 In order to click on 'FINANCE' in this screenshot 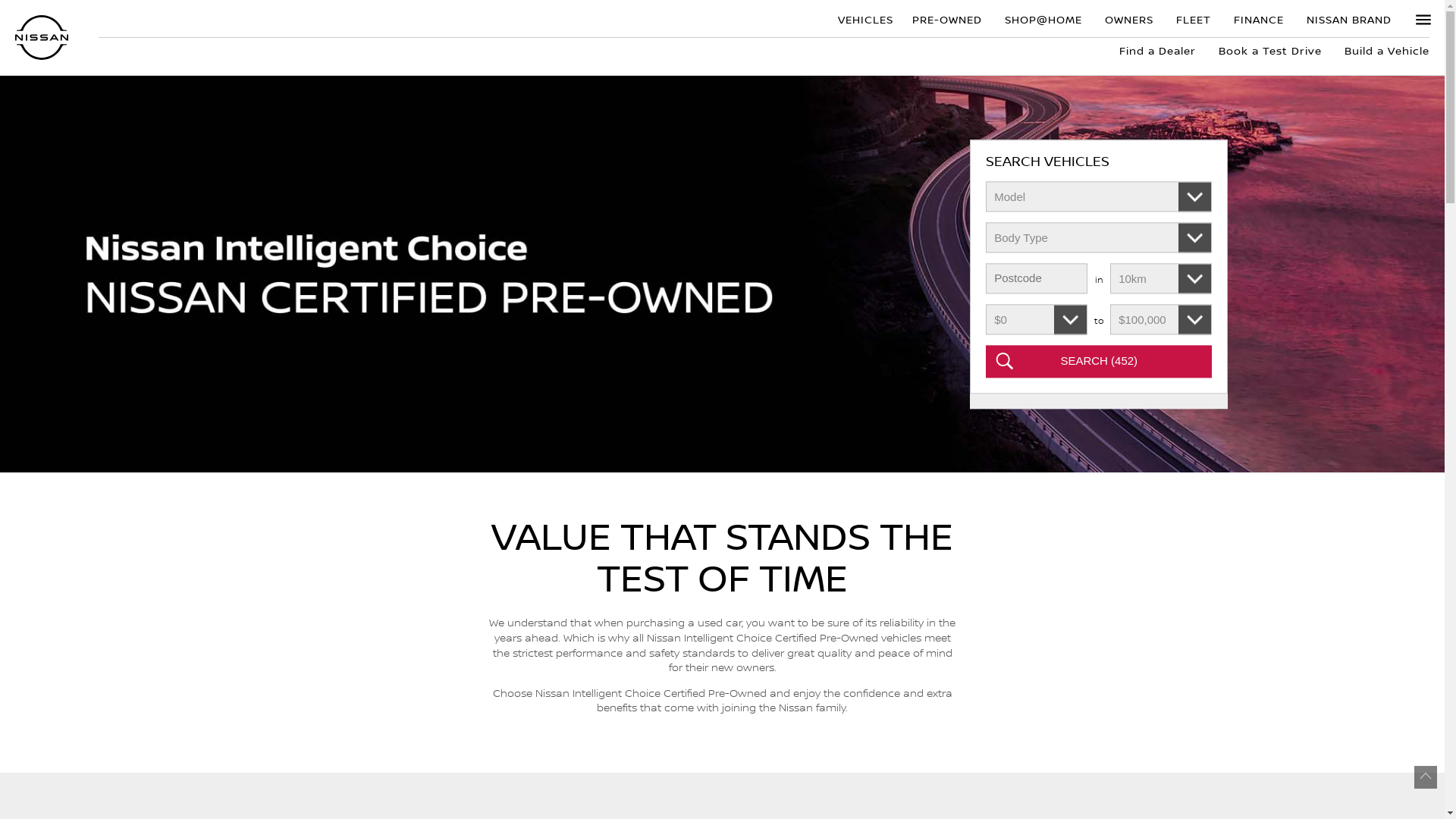, I will do `click(1259, 18)`.